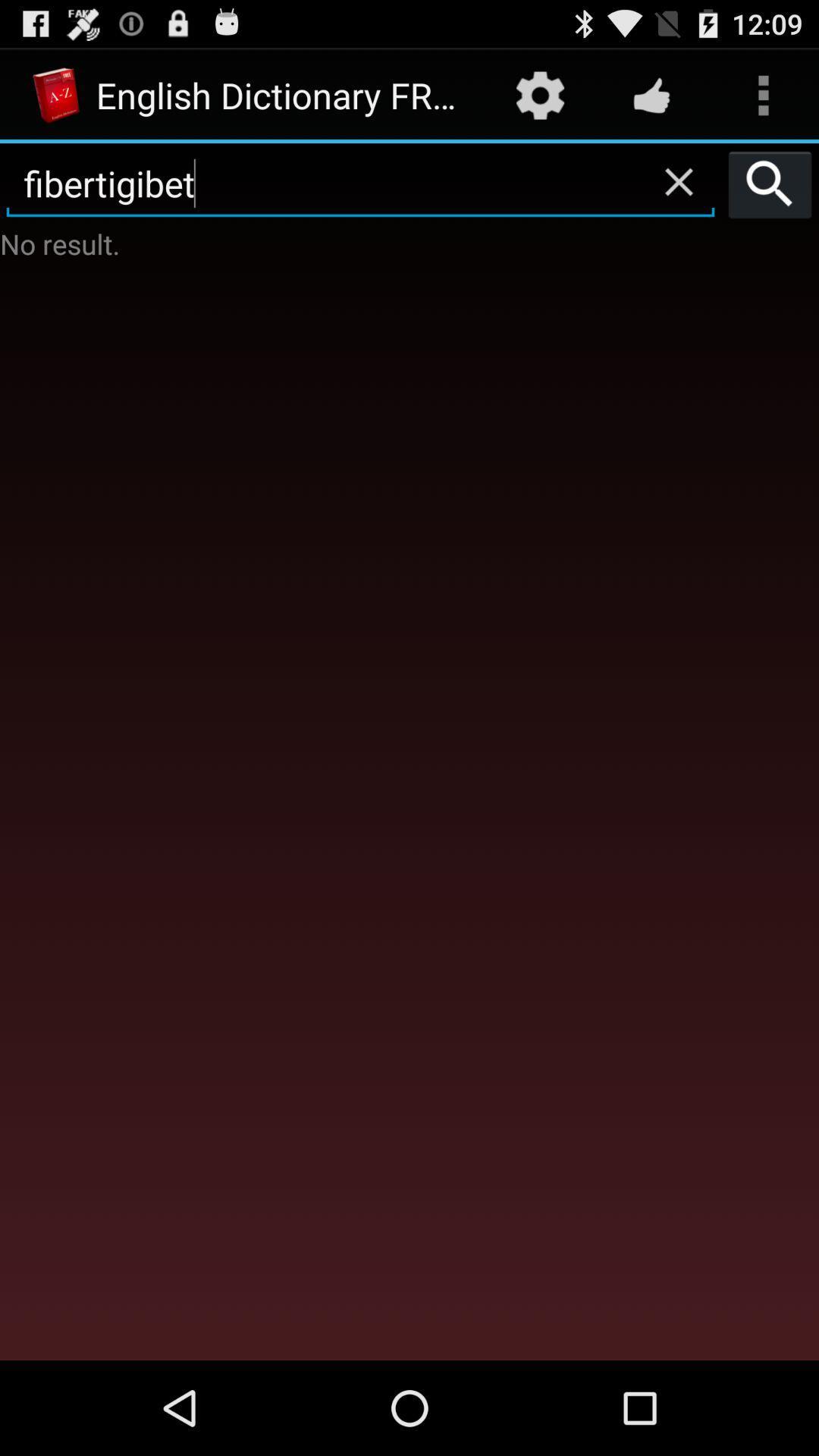  I want to click on the item to the right of the english dictionary free app, so click(539, 94).